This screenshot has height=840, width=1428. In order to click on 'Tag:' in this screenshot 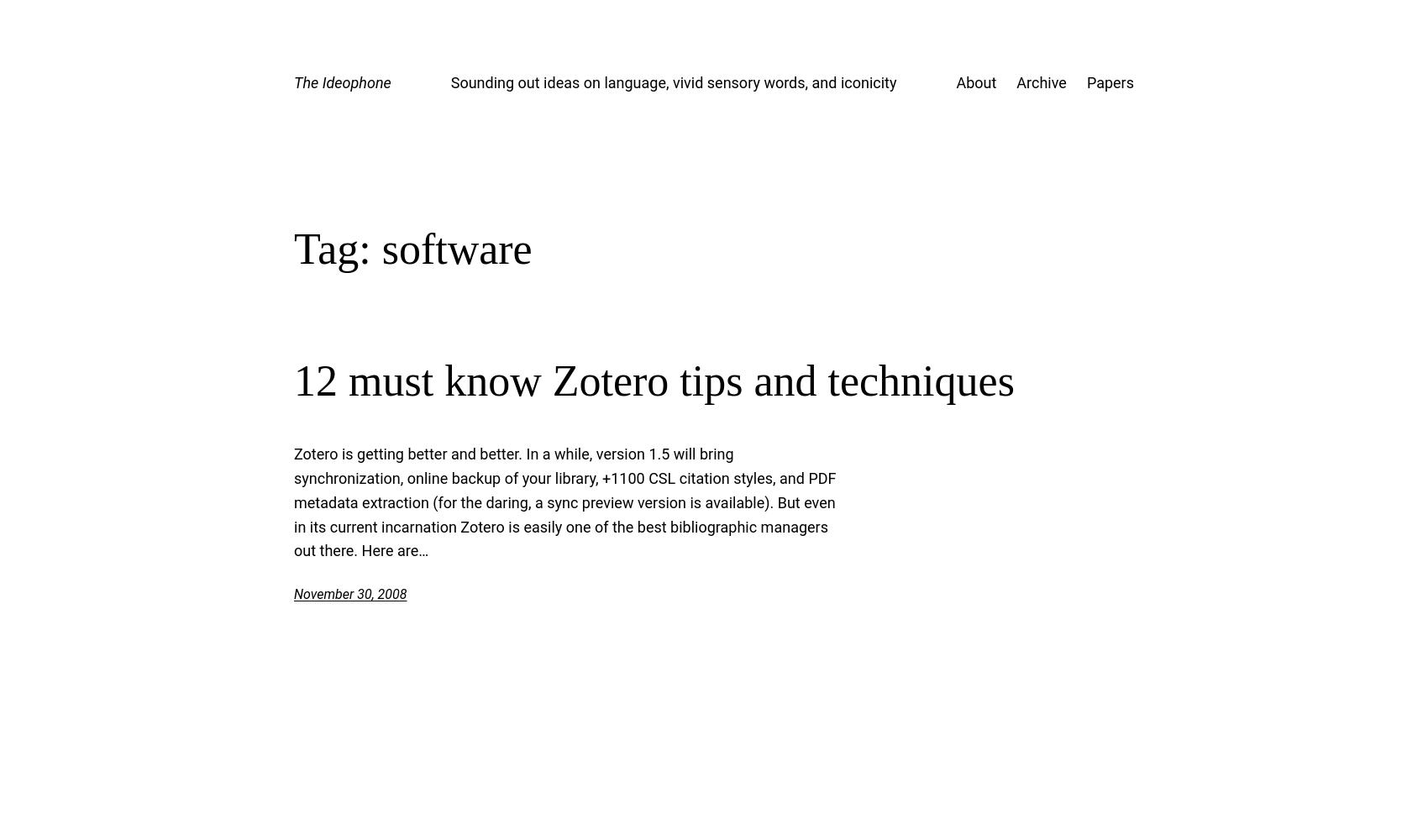, I will do `click(293, 248)`.